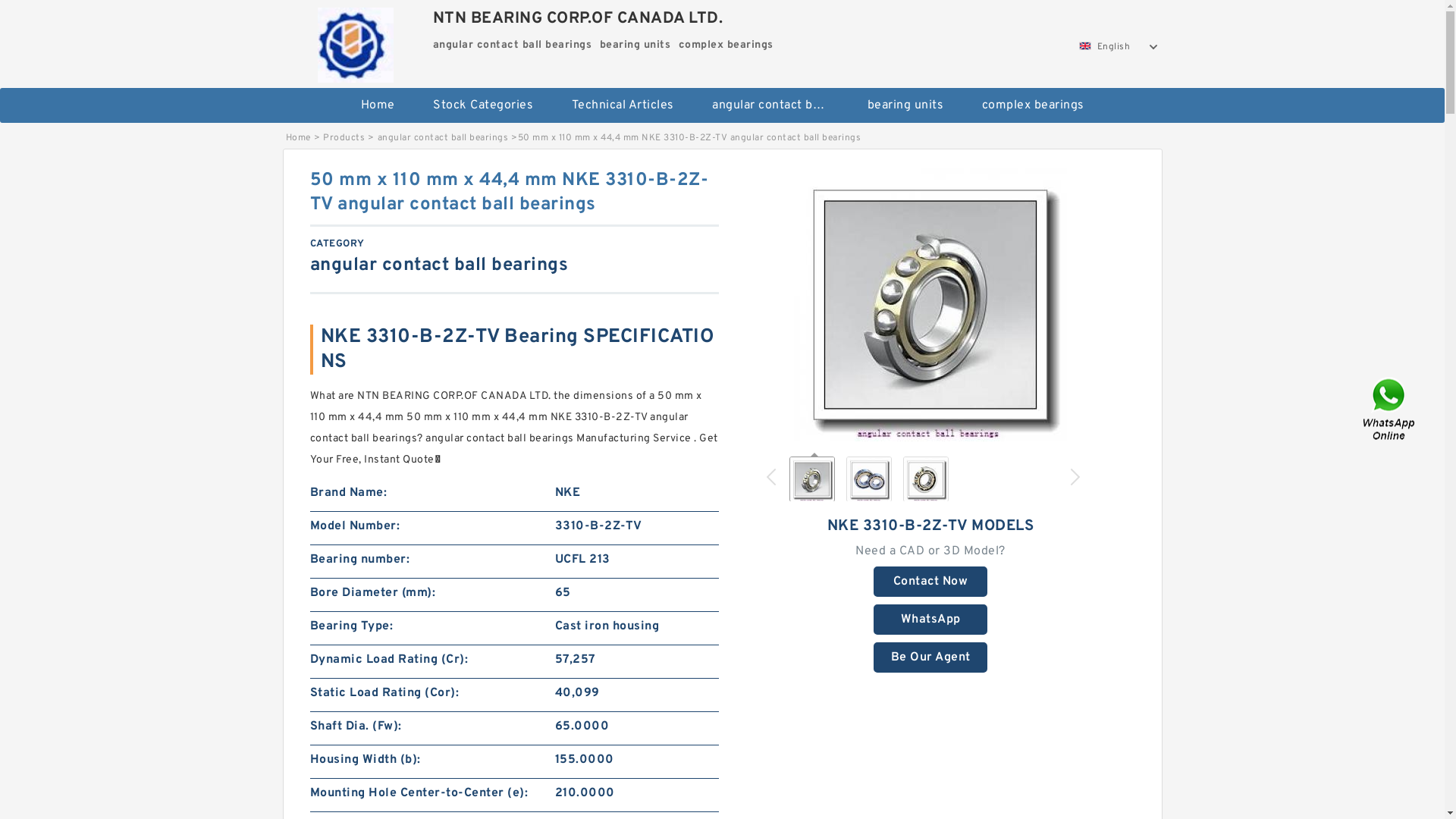 The image size is (1456, 819). Describe the element at coordinates (297, 137) in the screenshot. I see `'Home'` at that location.